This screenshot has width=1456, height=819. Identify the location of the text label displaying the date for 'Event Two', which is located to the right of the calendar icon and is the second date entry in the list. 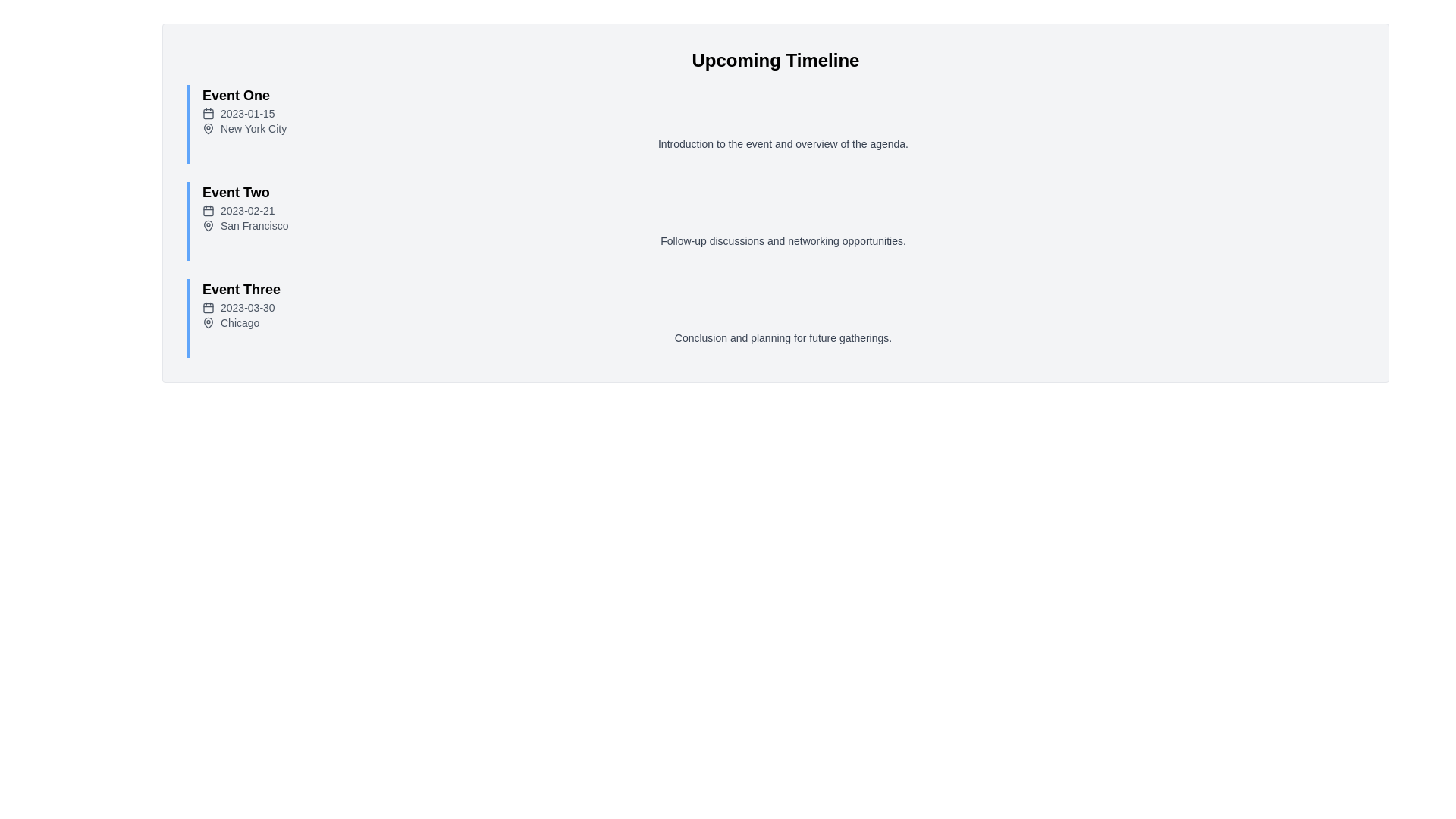
(247, 210).